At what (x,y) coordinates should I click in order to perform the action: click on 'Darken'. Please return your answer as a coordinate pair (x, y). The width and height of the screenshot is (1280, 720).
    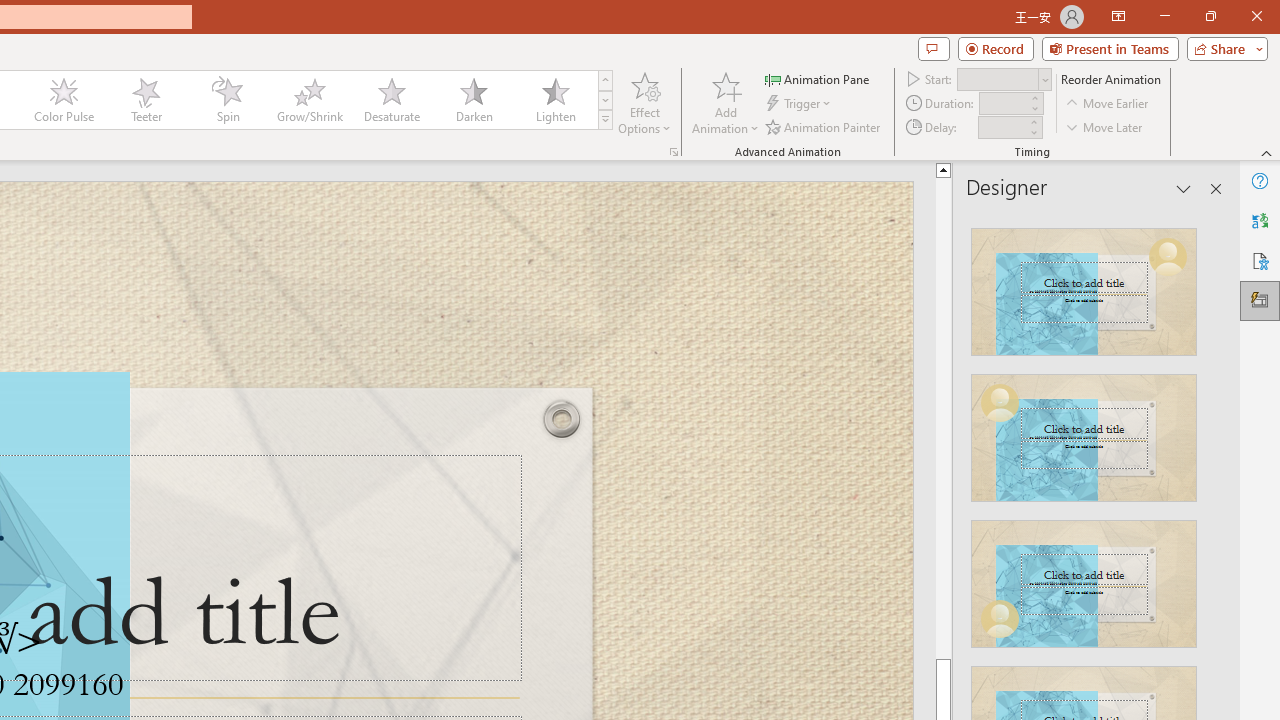
    Looking at the image, I should click on (472, 100).